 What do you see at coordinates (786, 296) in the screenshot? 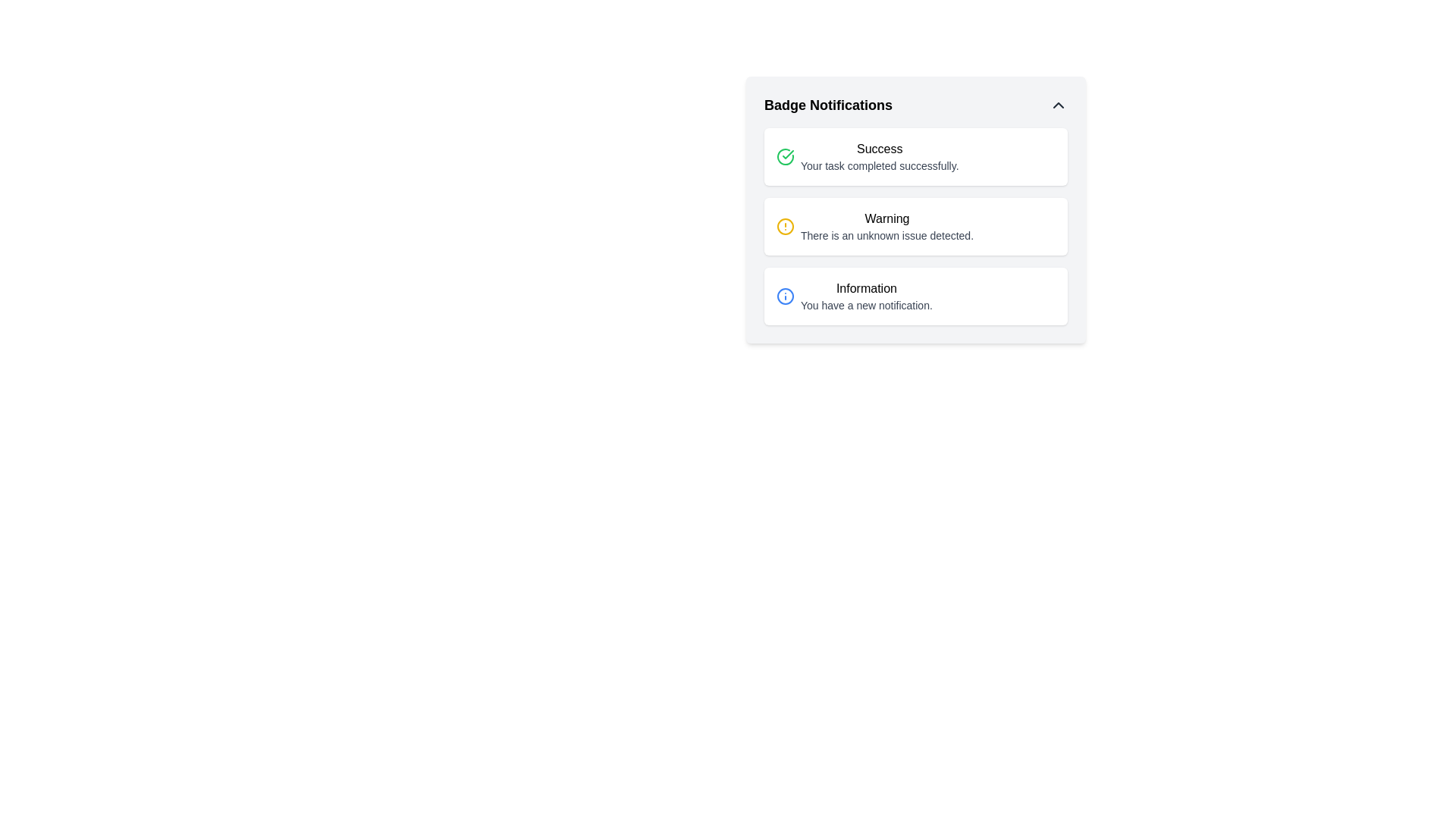
I see `the small circular blue information icon located at the beginning of the 'Information' notification item in the 'Badge Notifications' list` at bounding box center [786, 296].